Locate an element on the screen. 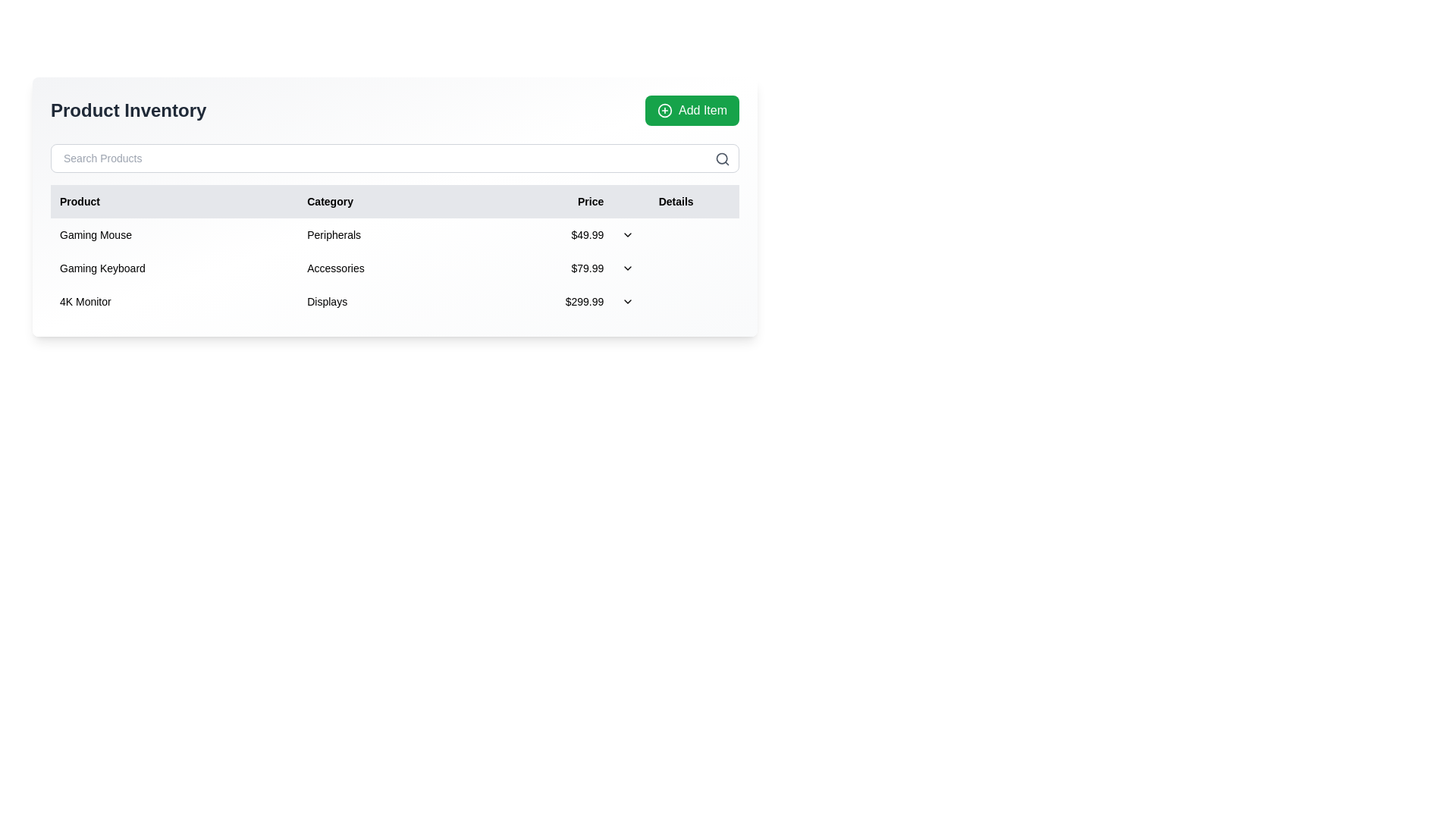  the magnifying glass icon which is a gray line drawing positioned at the far right inside the search input field is located at coordinates (722, 158).